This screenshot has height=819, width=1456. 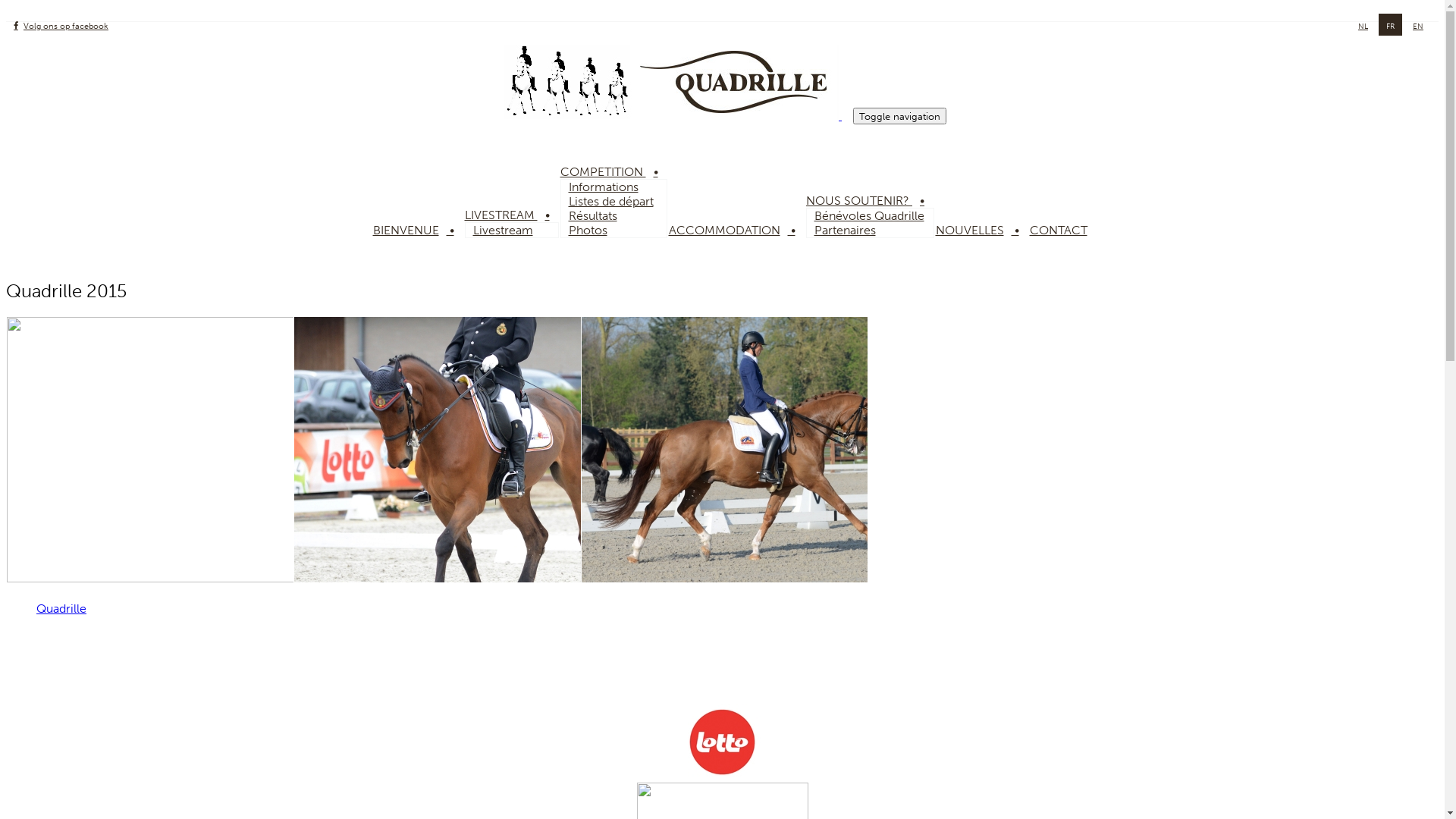 I want to click on 'Livestream', so click(x=503, y=230).